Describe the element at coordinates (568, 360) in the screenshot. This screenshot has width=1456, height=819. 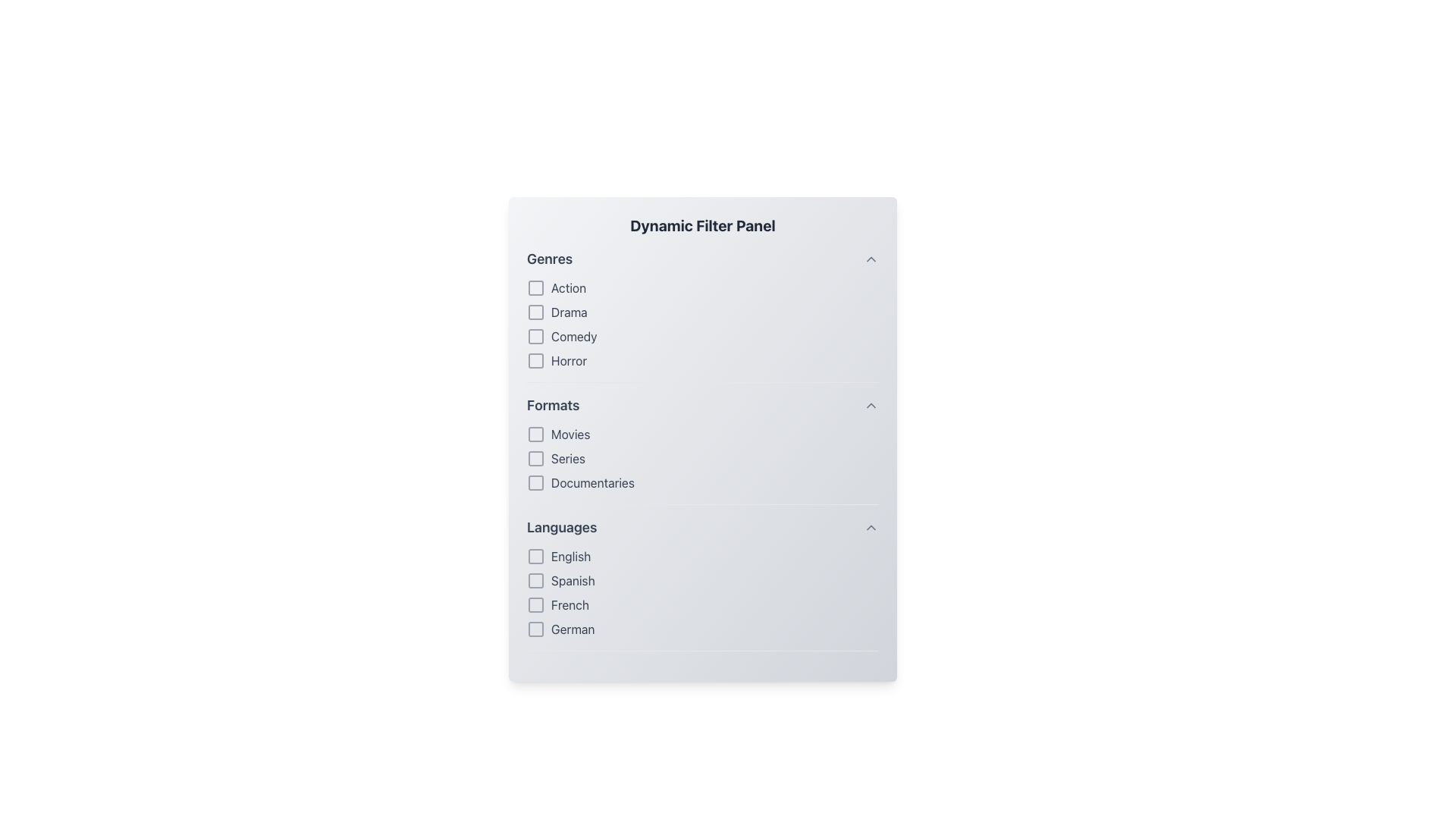
I see `the 'Horror' label in the 'Genres' section of the 'Dynamic Filter Panel', which is the fourth item under the heading, positioned horizontally with its checkbox` at that location.